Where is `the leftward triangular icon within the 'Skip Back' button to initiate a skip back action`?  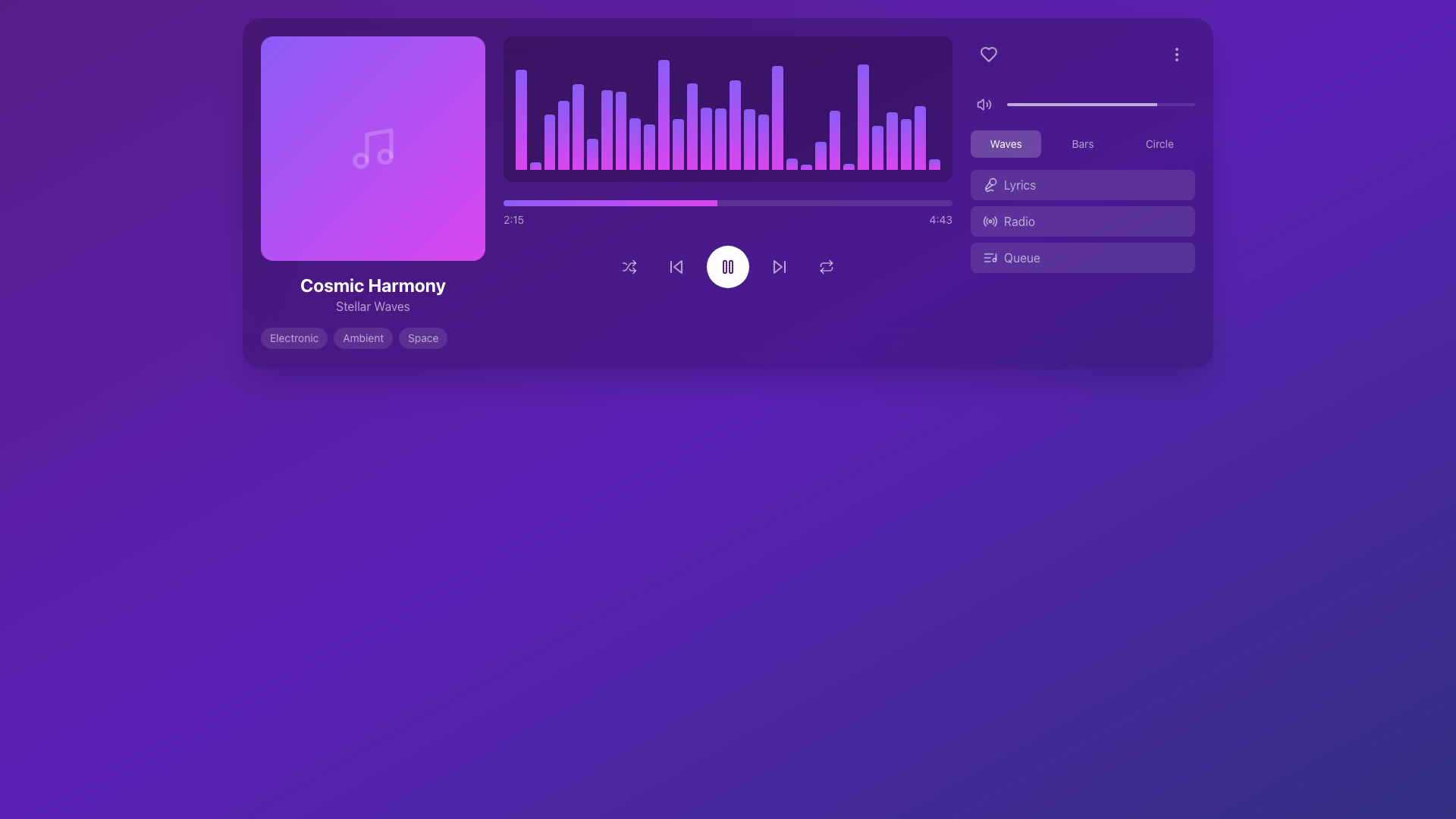 the leftward triangular icon within the 'Skip Back' button to initiate a skip back action is located at coordinates (676, 265).